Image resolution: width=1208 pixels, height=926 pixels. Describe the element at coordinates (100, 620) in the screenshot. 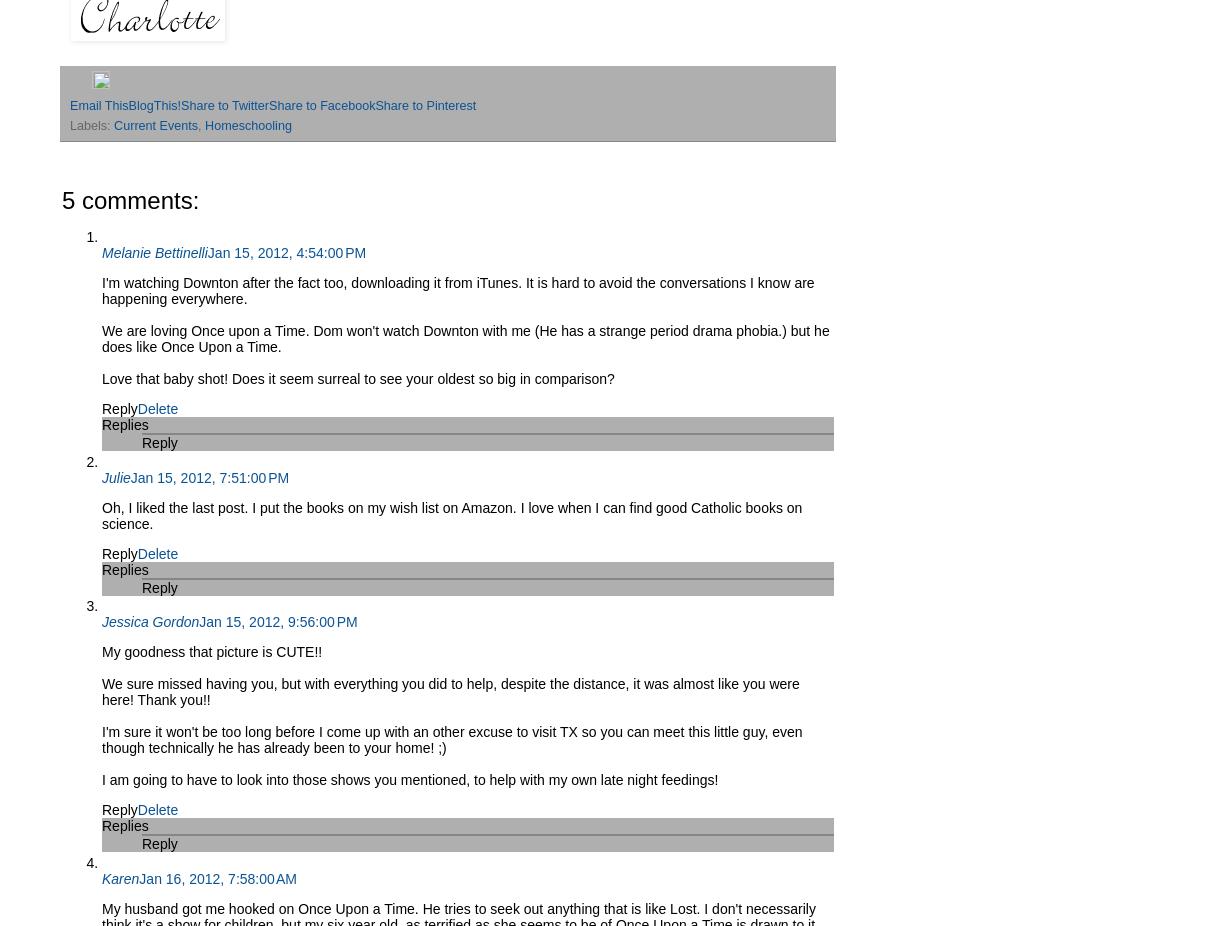

I see `'Jessica Gordon'` at that location.